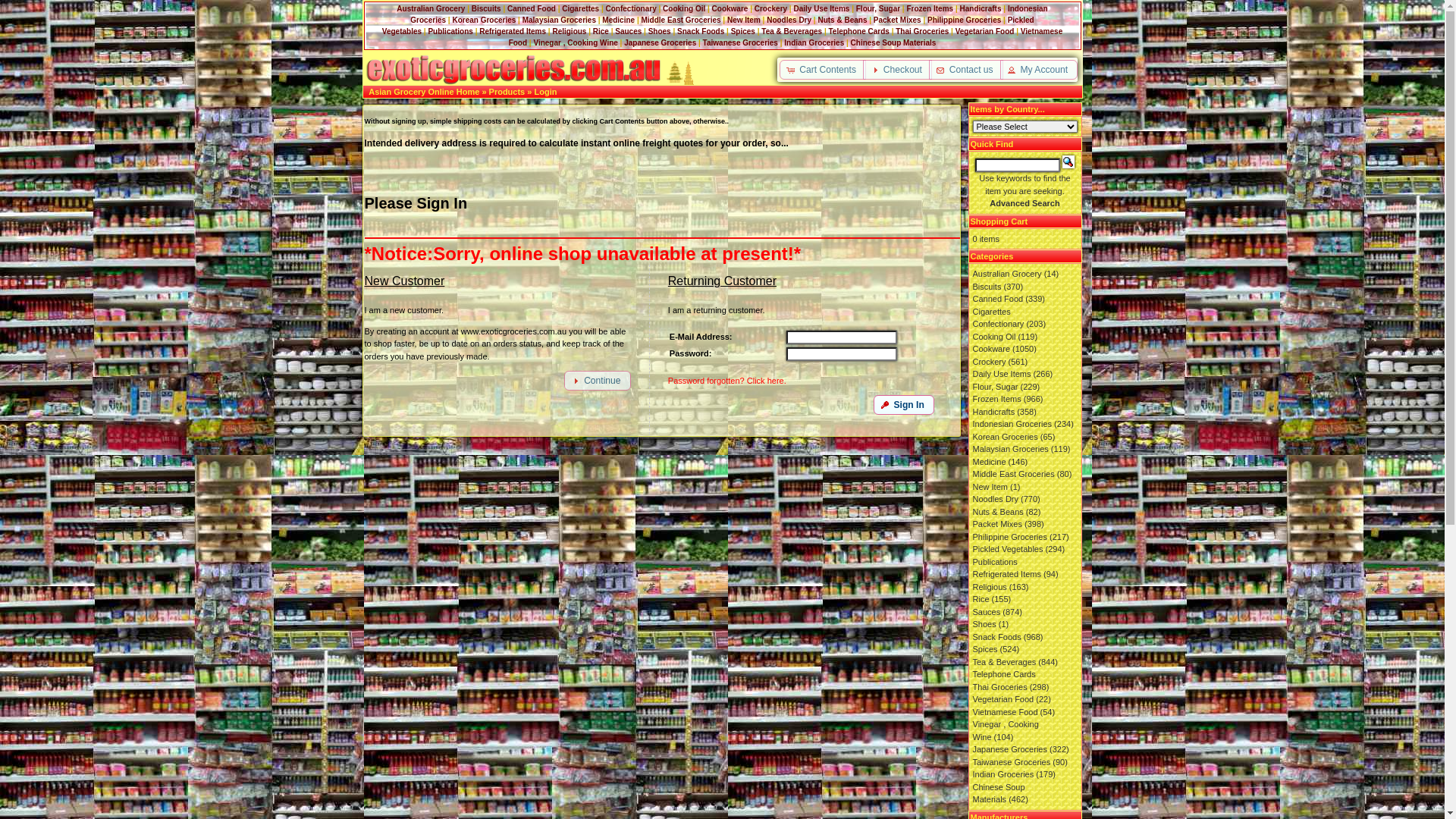 This screenshot has height=819, width=1456. I want to click on 'Confectionary', so click(997, 323).